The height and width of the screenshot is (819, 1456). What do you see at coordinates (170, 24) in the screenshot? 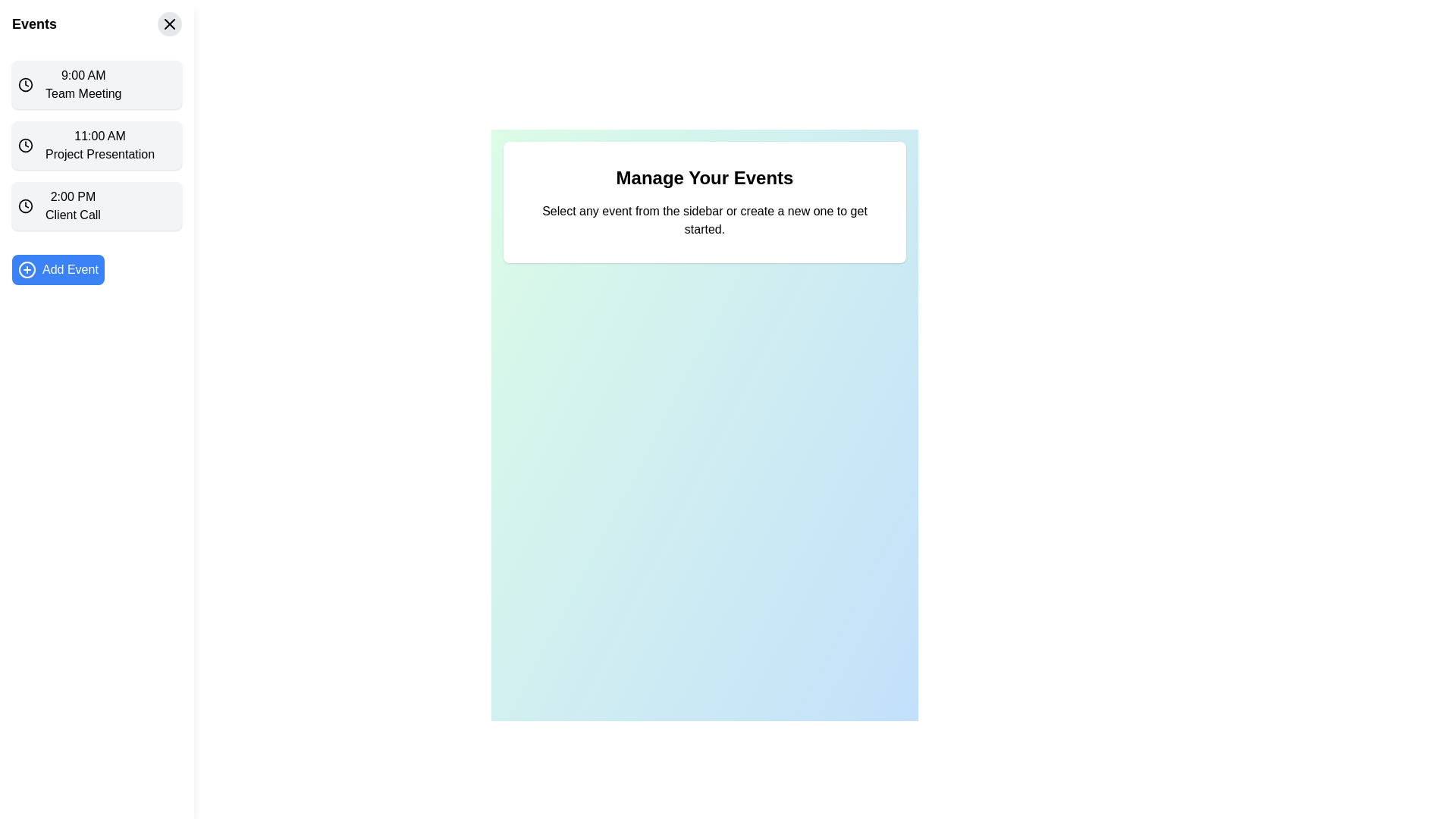
I see `the 'X' icon in the top-right corner of the sidebar header, adjacent to the title 'Events'` at bounding box center [170, 24].